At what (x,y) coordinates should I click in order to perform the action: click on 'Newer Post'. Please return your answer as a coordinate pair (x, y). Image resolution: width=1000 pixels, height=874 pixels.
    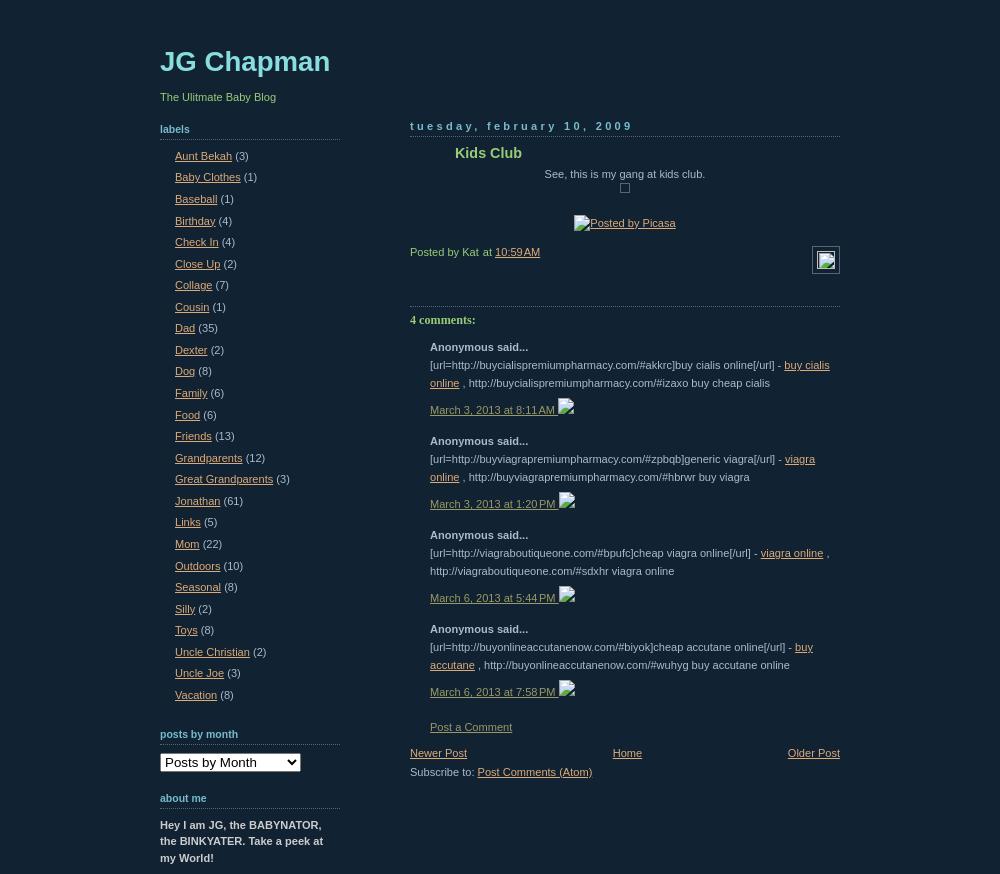
    Looking at the image, I should click on (410, 750).